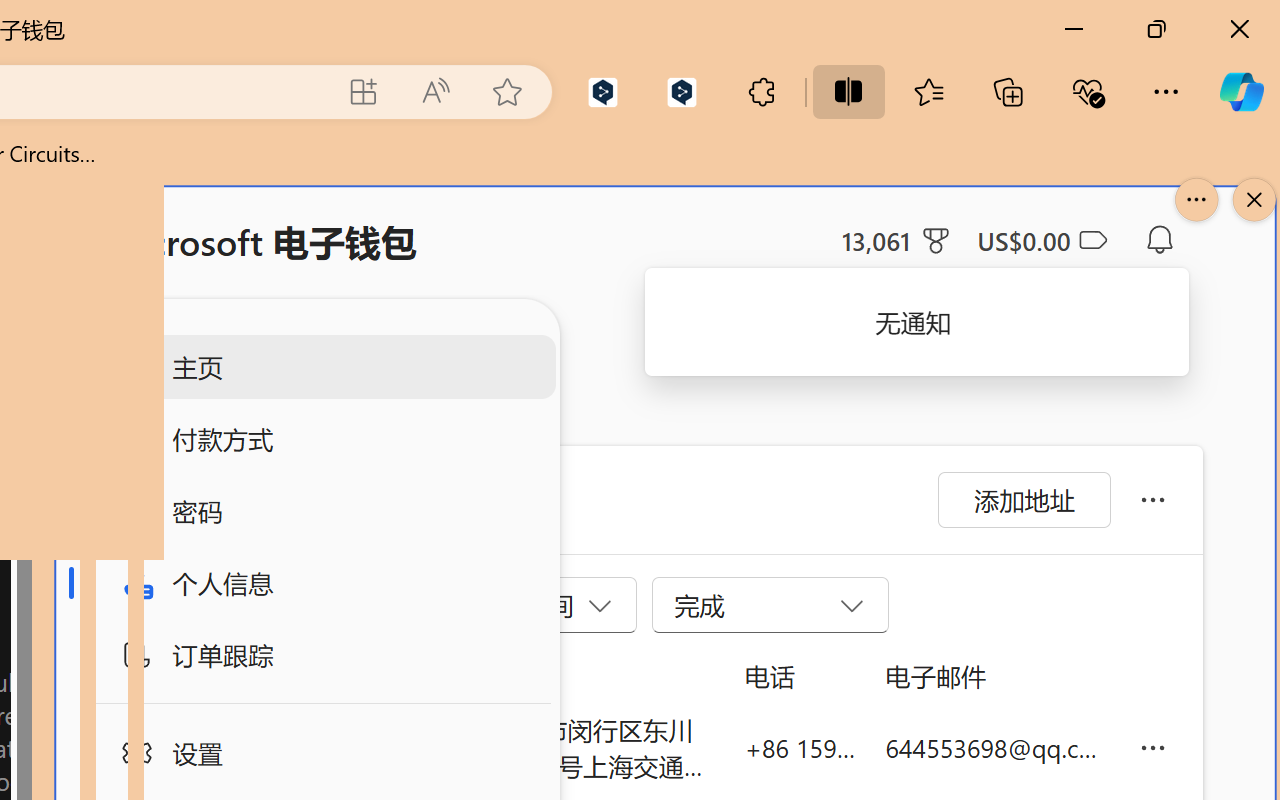 The height and width of the screenshot is (800, 1280). I want to click on '+86 159 0032 4640', so click(800, 747).